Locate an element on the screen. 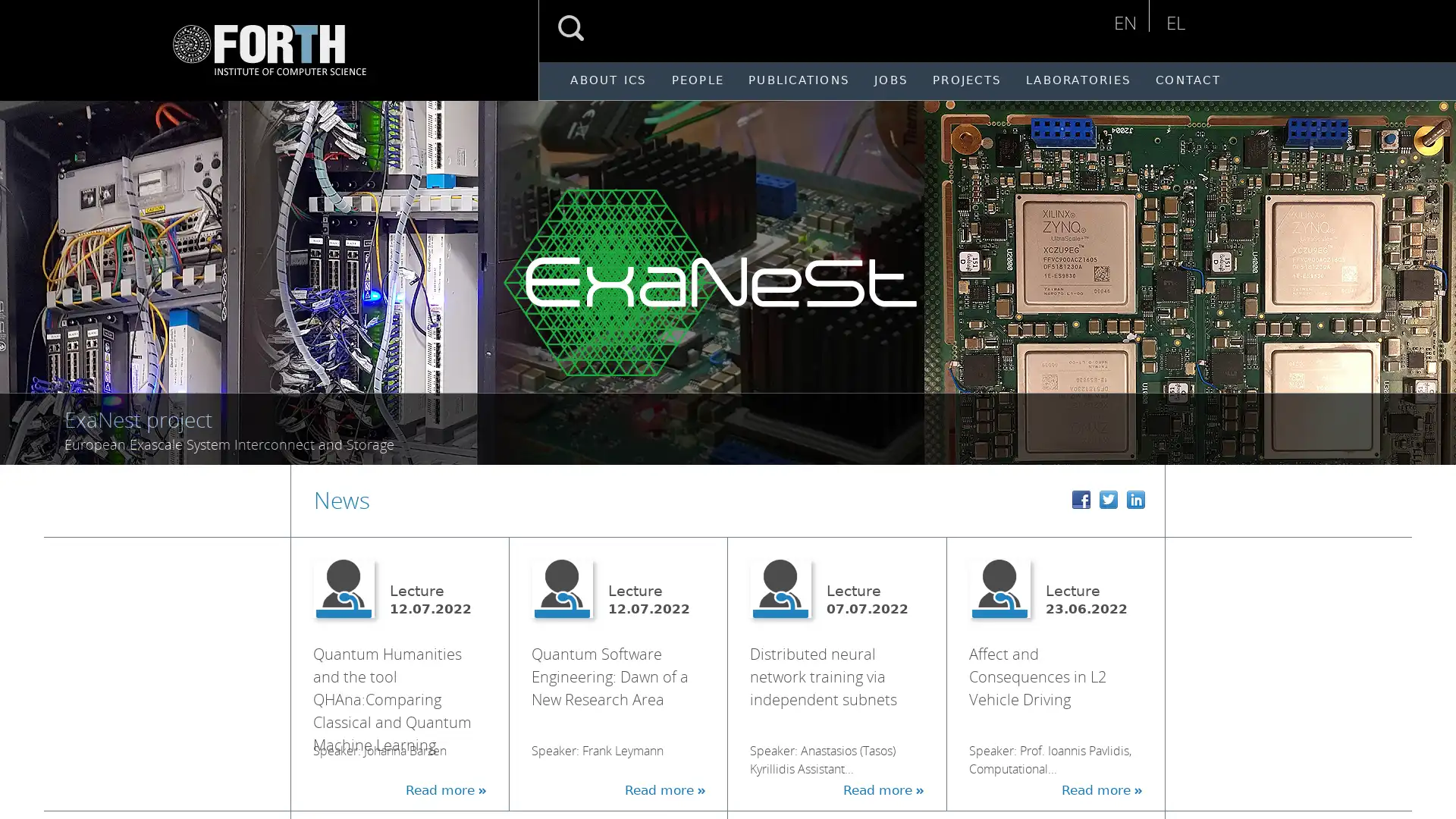 The height and width of the screenshot is (819, 1456). Submit Search Button is located at coordinates (570, 28).